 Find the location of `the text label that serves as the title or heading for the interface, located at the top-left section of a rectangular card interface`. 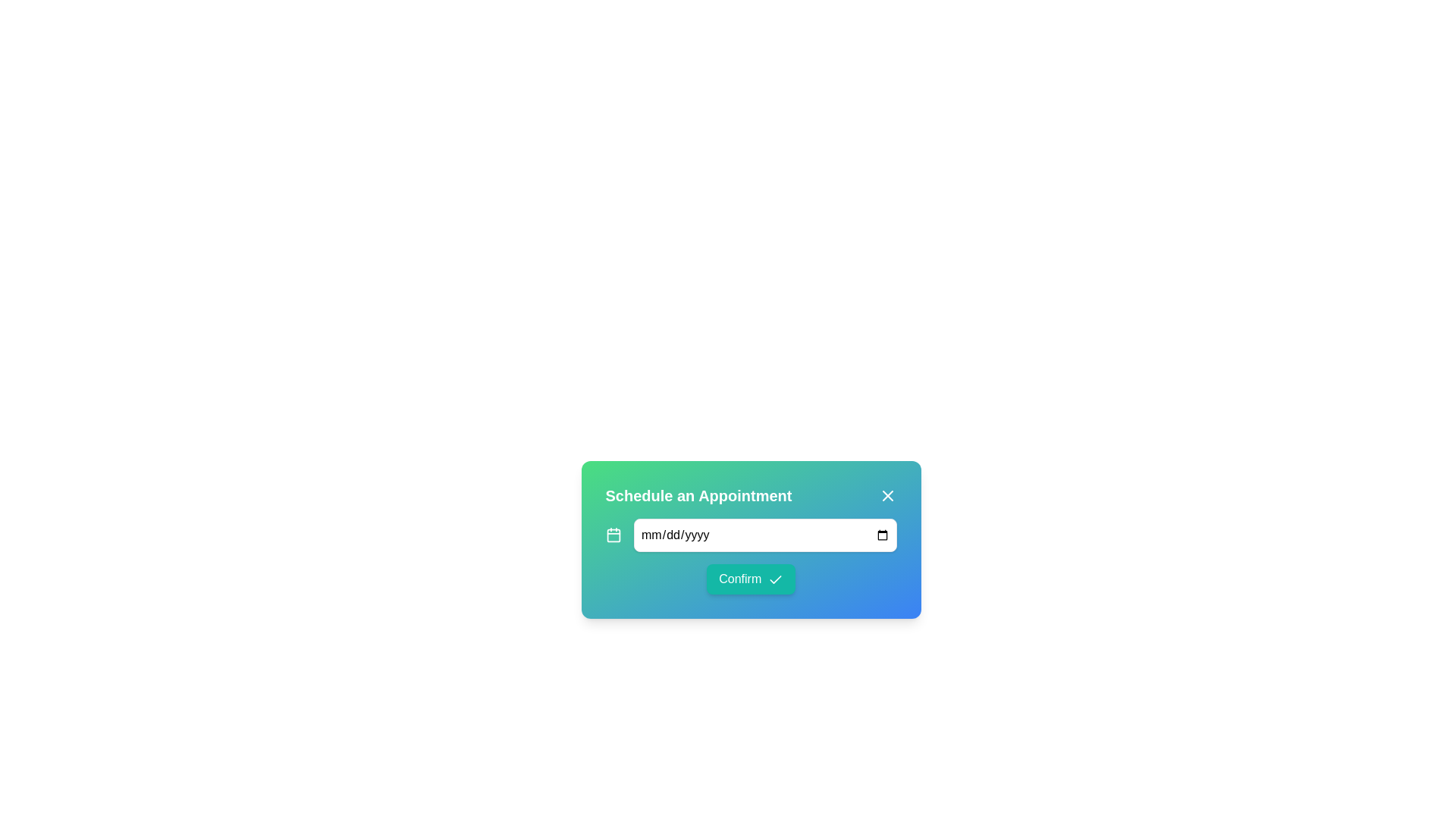

the text label that serves as the title or heading for the interface, located at the top-left section of a rectangular card interface is located at coordinates (698, 496).